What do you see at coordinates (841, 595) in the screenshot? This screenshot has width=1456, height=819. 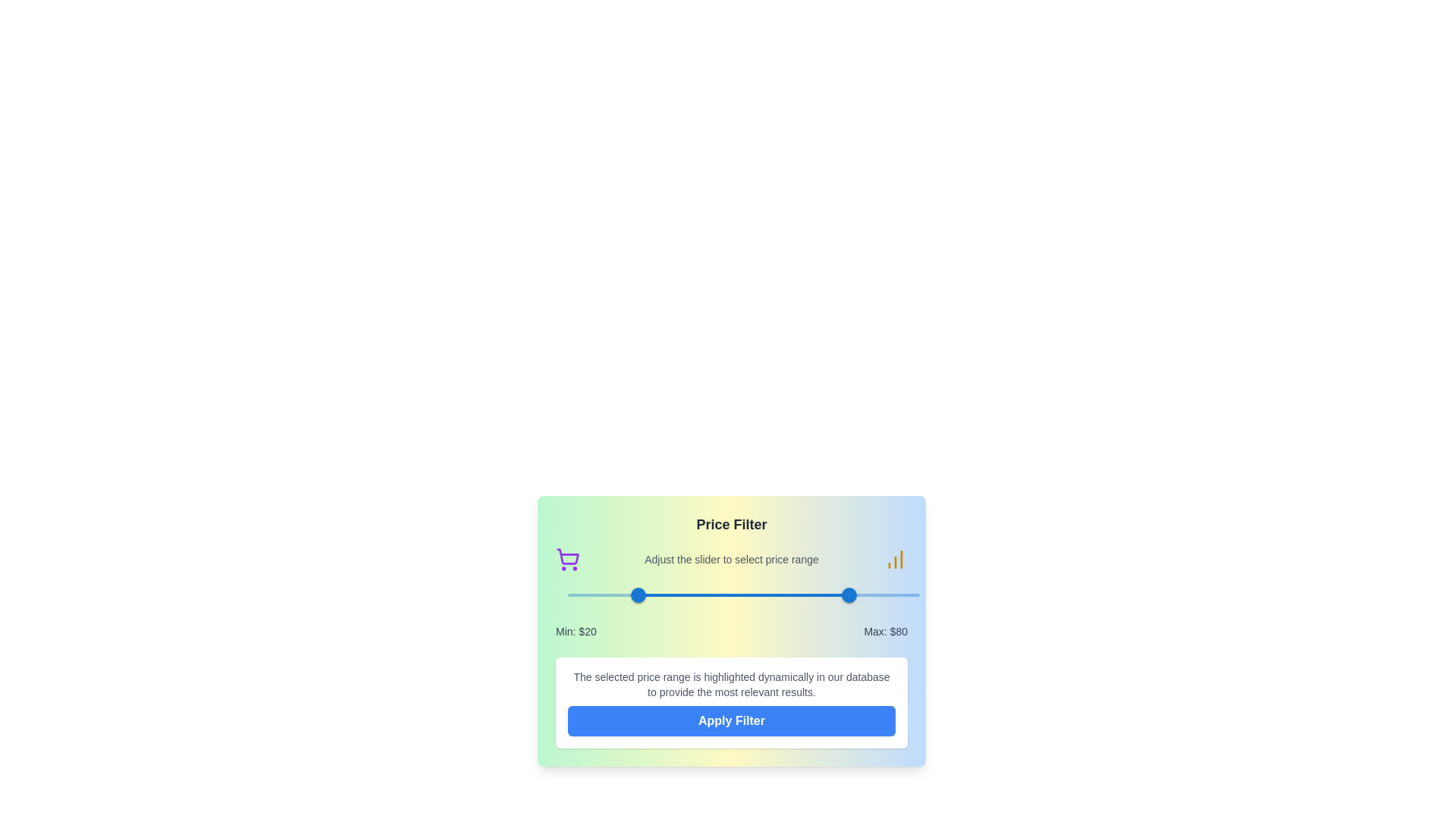 I see `slider value` at bounding box center [841, 595].